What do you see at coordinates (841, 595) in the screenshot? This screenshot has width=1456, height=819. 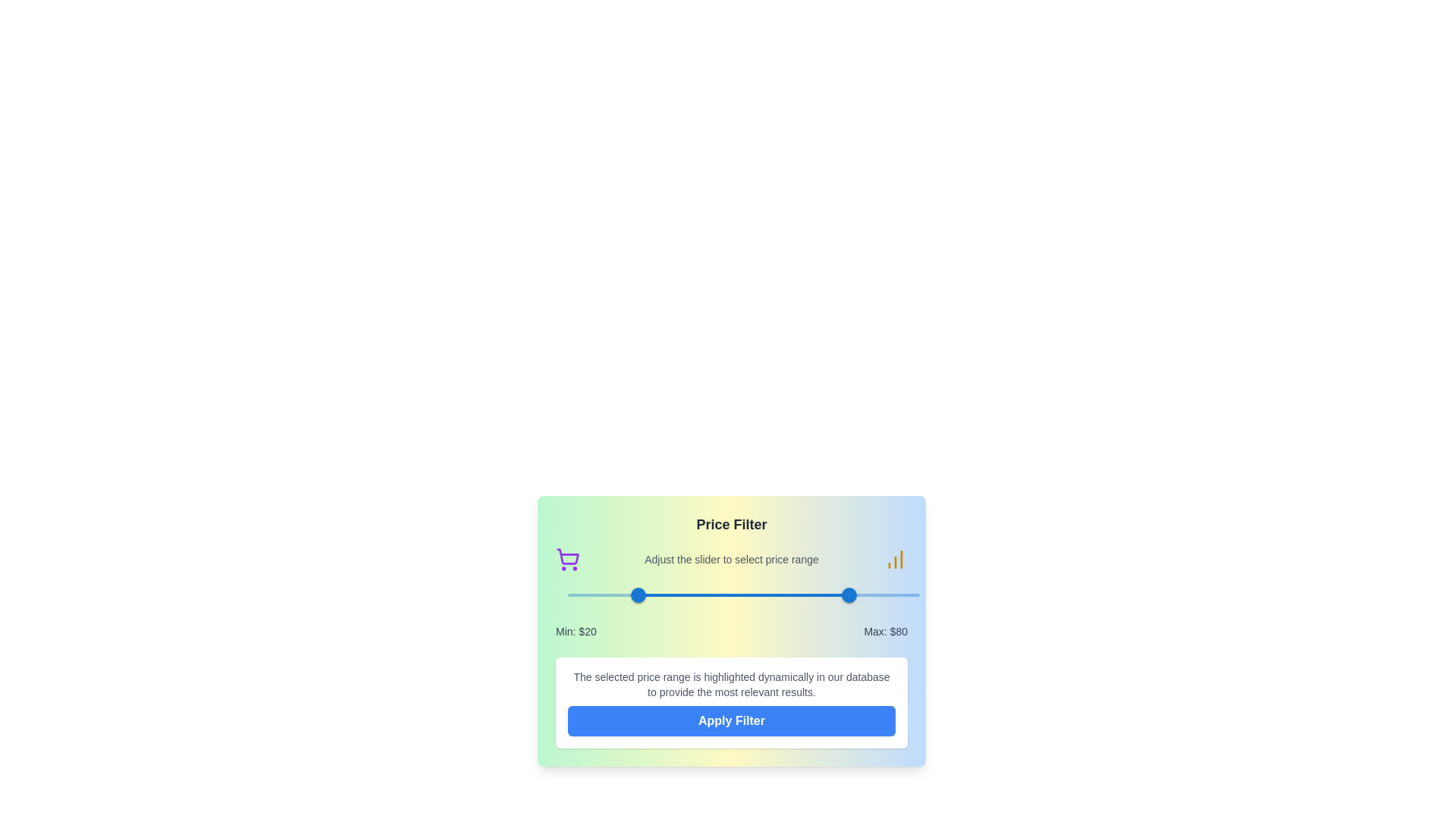 I see `slider value` at bounding box center [841, 595].